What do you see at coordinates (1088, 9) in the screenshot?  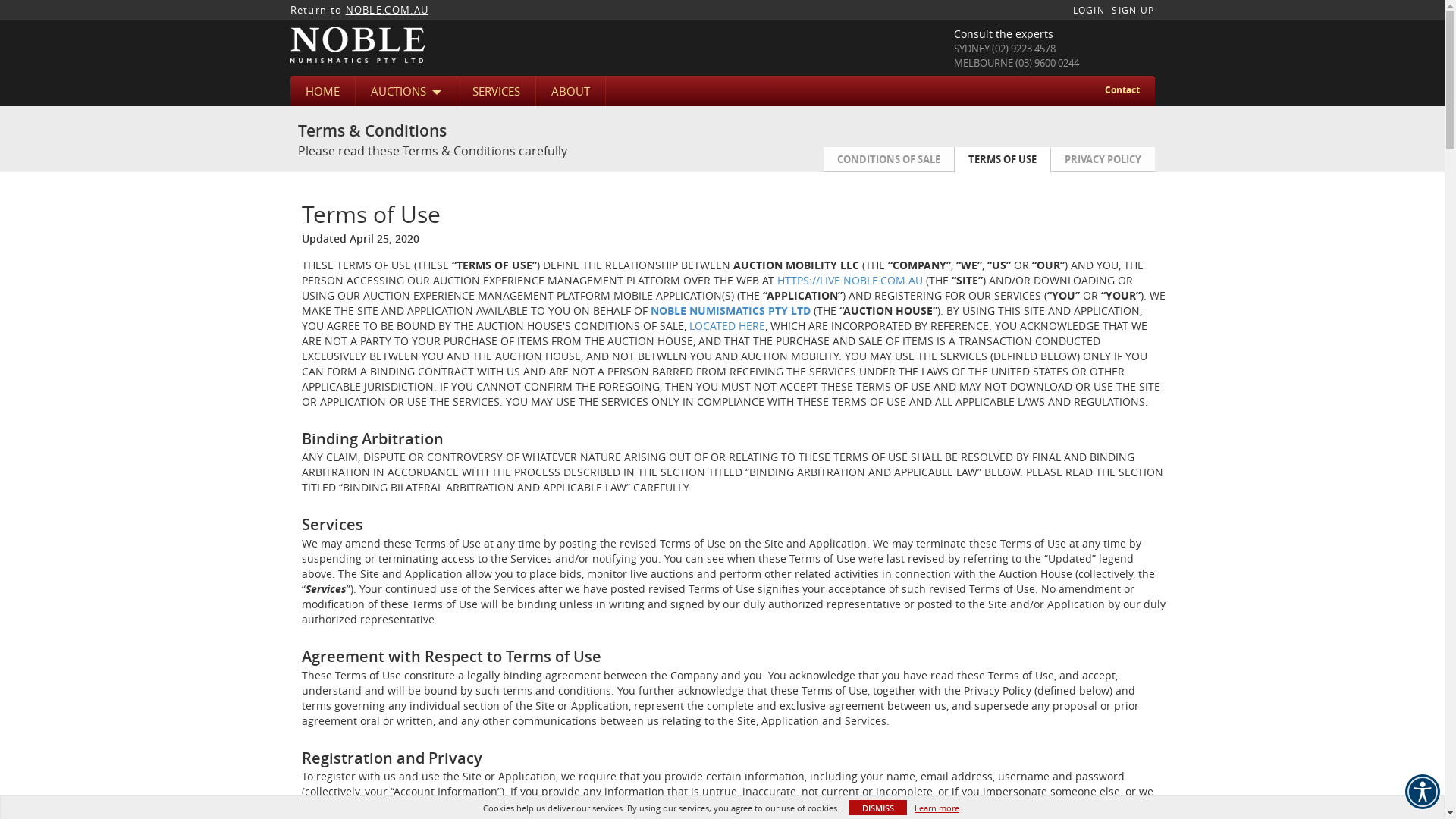 I see `'LOGIN'` at bounding box center [1088, 9].